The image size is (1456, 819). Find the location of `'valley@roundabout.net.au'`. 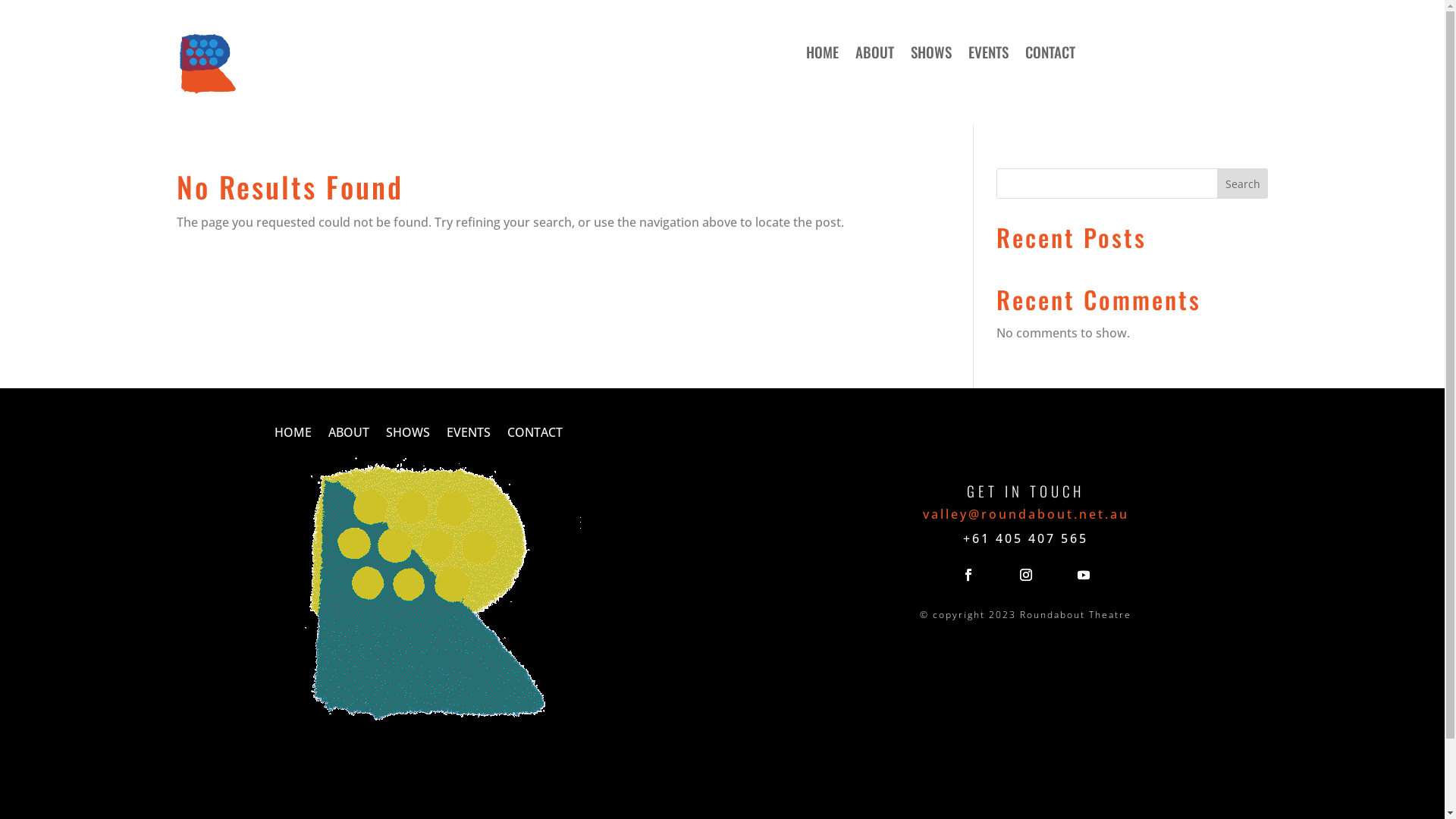

'valley@roundabout.net.au' is located at coordinates (1026, 513).